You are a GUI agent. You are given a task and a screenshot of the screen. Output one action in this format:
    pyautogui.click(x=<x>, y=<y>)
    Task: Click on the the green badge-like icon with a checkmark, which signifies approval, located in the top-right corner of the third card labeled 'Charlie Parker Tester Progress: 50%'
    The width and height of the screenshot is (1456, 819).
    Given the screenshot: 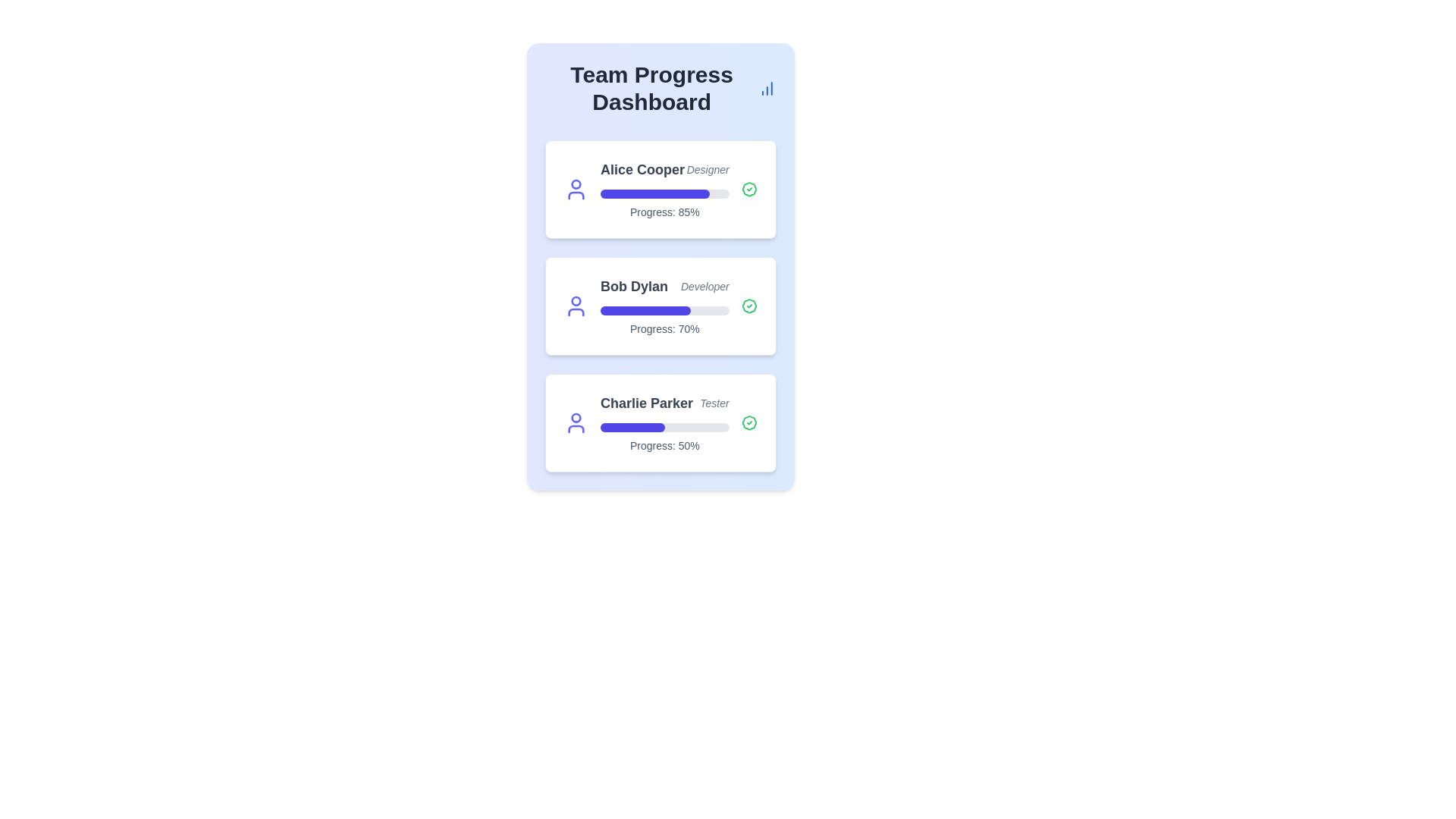 What is the action you would take?
    pyautogui.click(x=749, y=423)
    